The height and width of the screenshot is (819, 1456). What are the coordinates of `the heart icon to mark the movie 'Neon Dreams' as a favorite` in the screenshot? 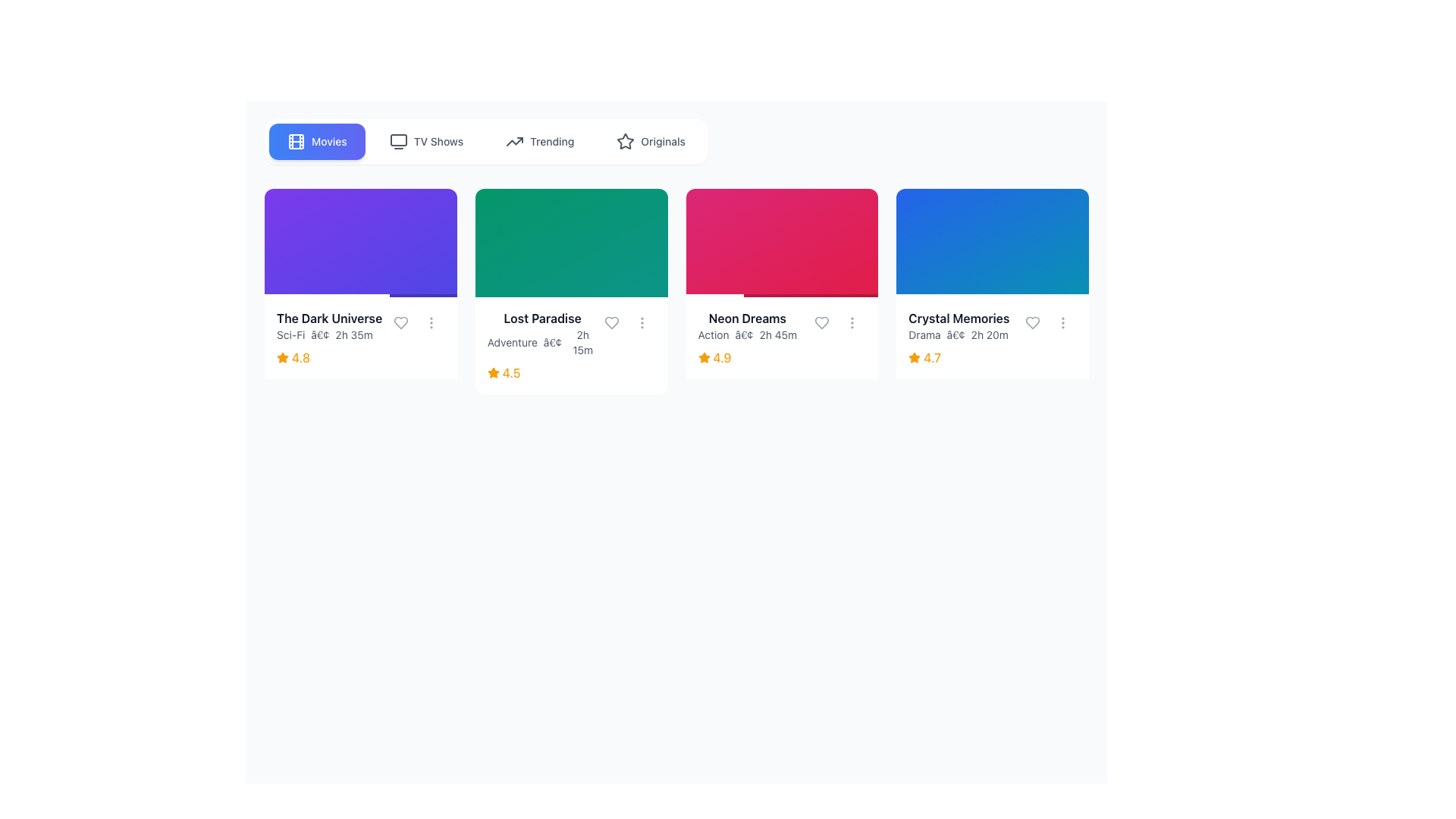 It's located at (821, 322).